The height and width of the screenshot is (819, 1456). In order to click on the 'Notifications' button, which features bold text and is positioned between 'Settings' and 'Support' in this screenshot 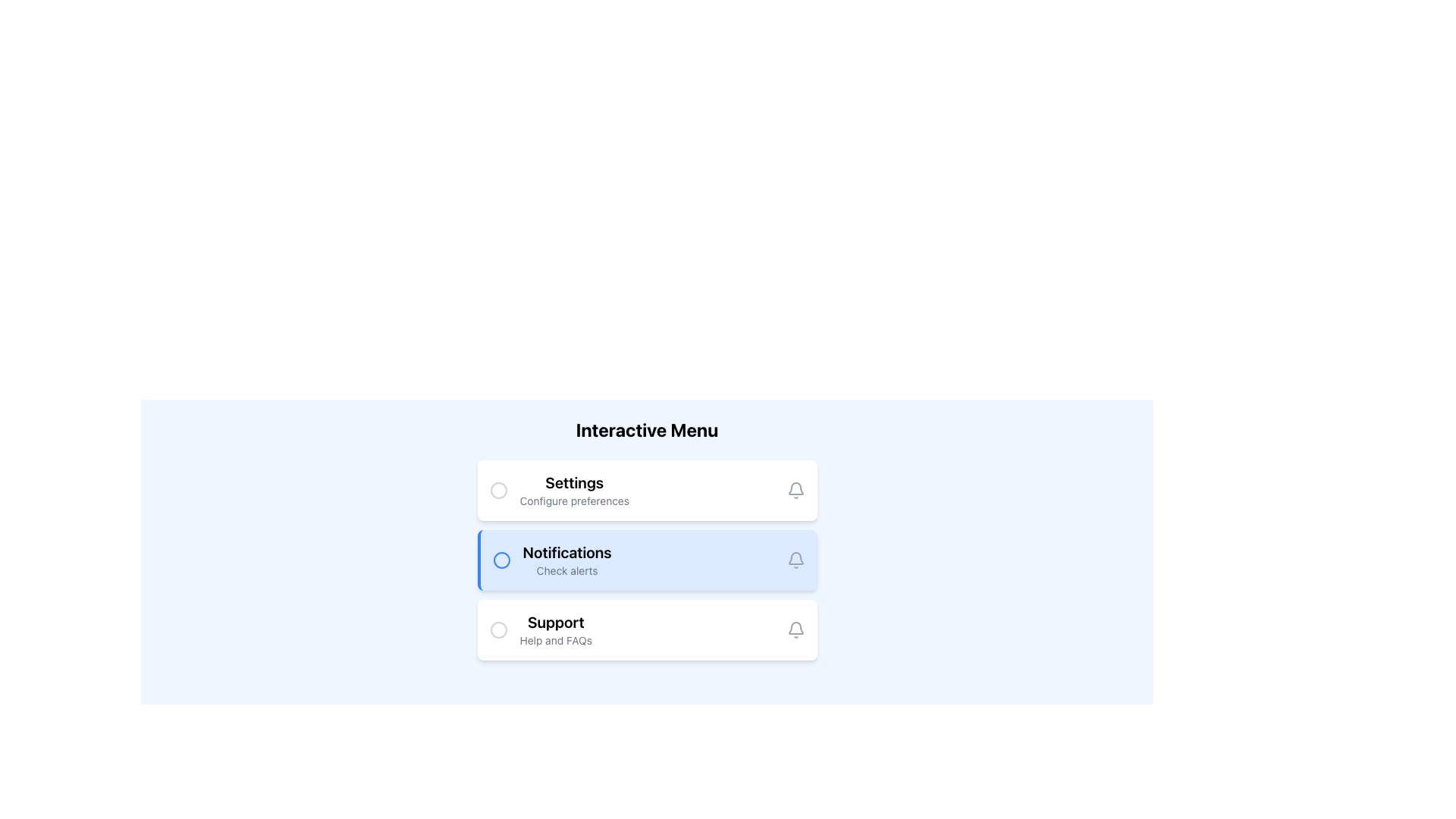, I will do `click(566, 560)`.